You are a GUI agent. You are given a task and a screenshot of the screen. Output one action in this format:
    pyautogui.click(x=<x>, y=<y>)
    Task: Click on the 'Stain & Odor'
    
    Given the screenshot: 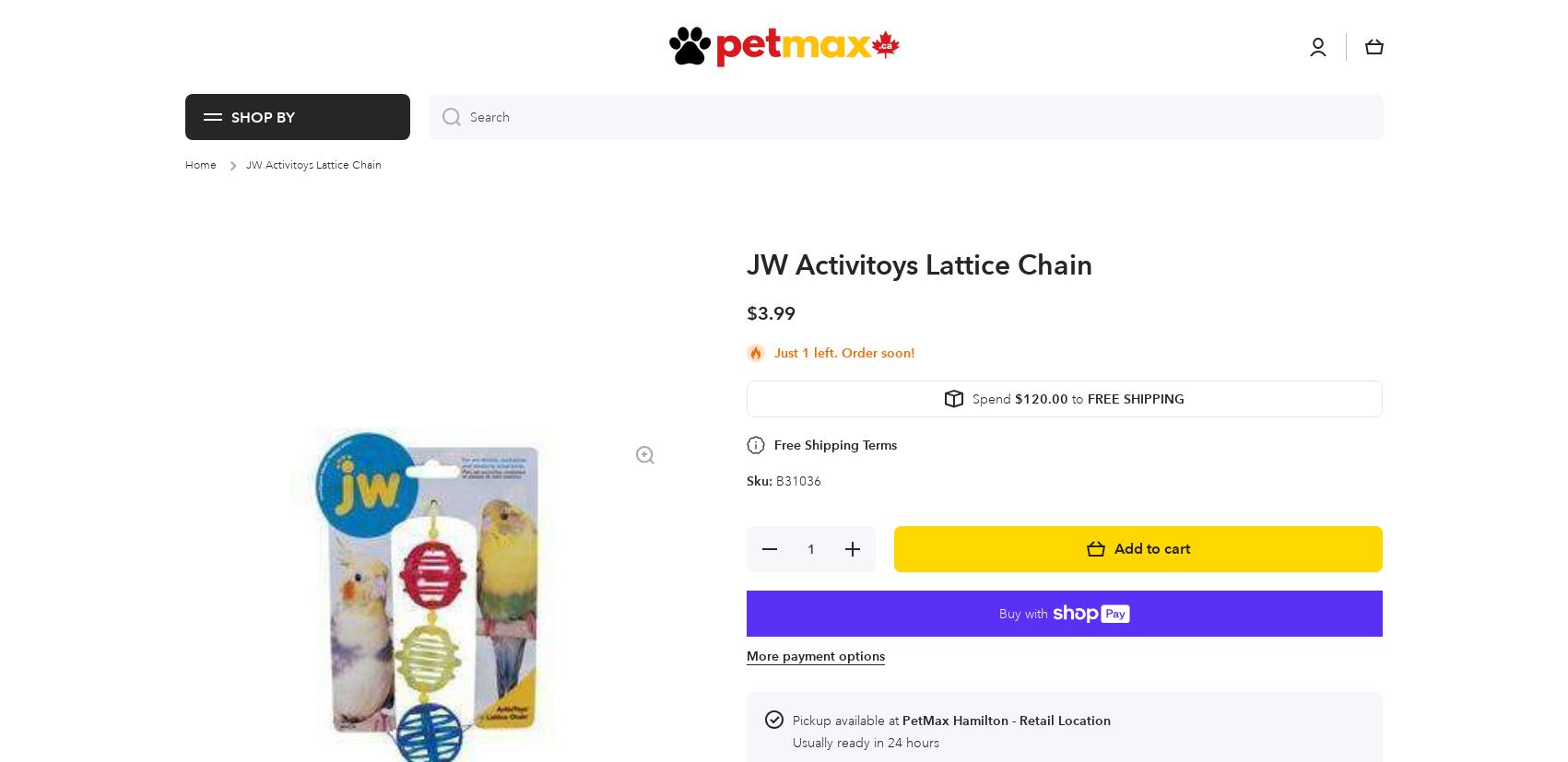 What is the action you would take?
    pyautogui.click(x=684, y=23)
    